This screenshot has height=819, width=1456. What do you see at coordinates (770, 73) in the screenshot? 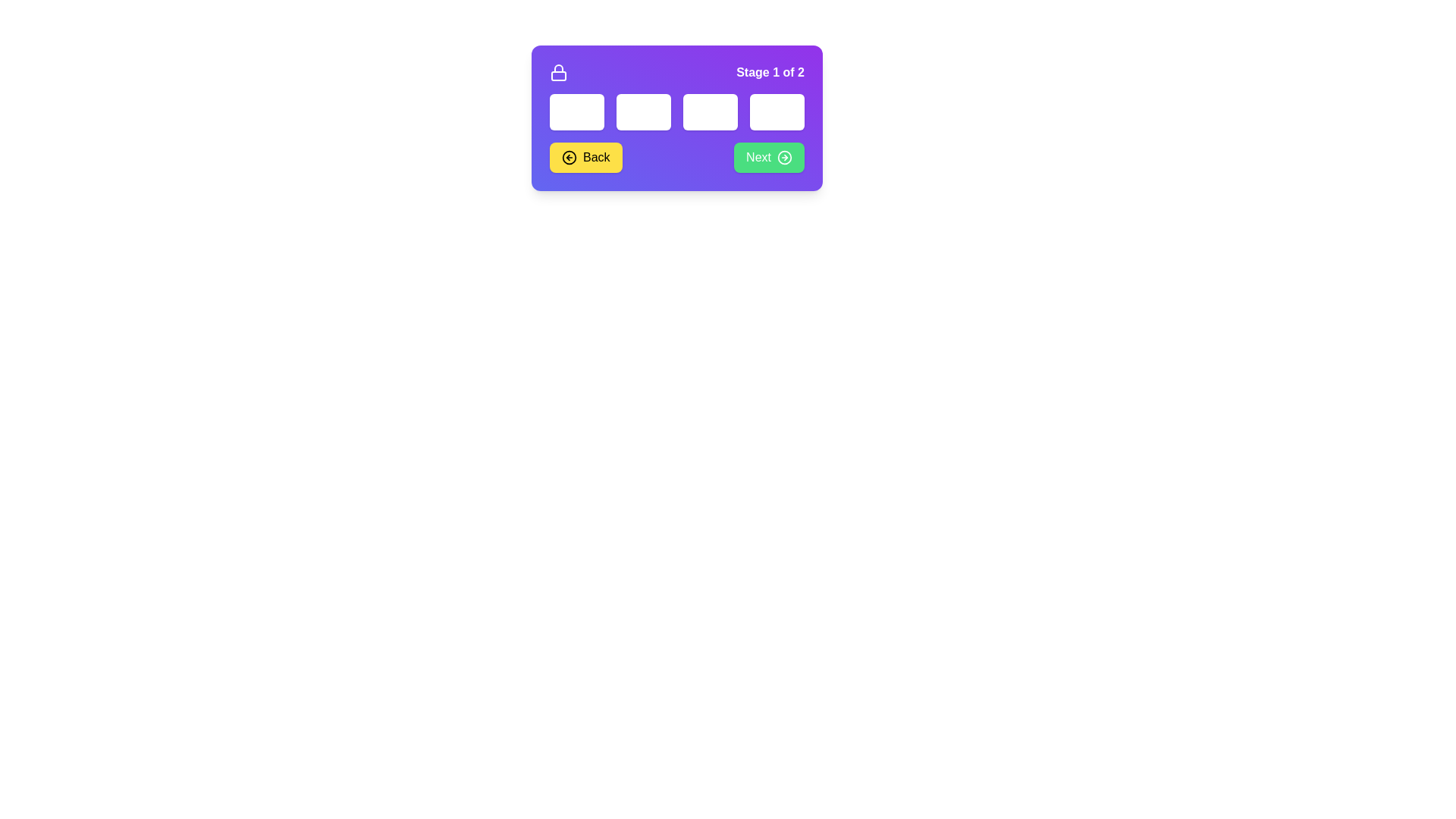
I see `the static text label displaying 'Stage 1 of 2' in bold white font on a purple background, located in the top-right corner of the card-like interface` at bounding box center [770, 73].